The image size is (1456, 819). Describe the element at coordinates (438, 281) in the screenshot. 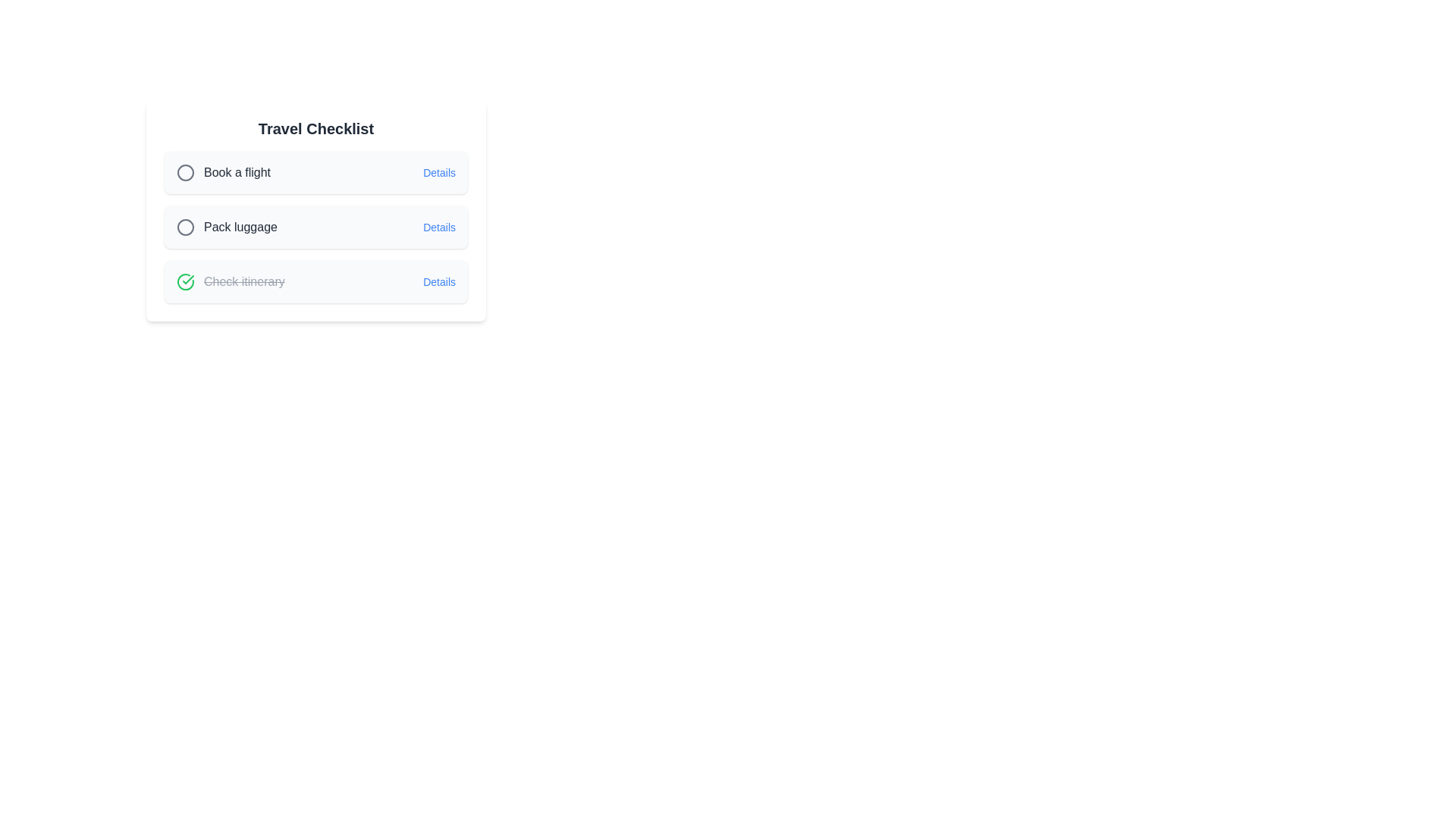

I see `the 'Details' text label located at the bottom checklist item of the 'Travel Checklist'` at that location.